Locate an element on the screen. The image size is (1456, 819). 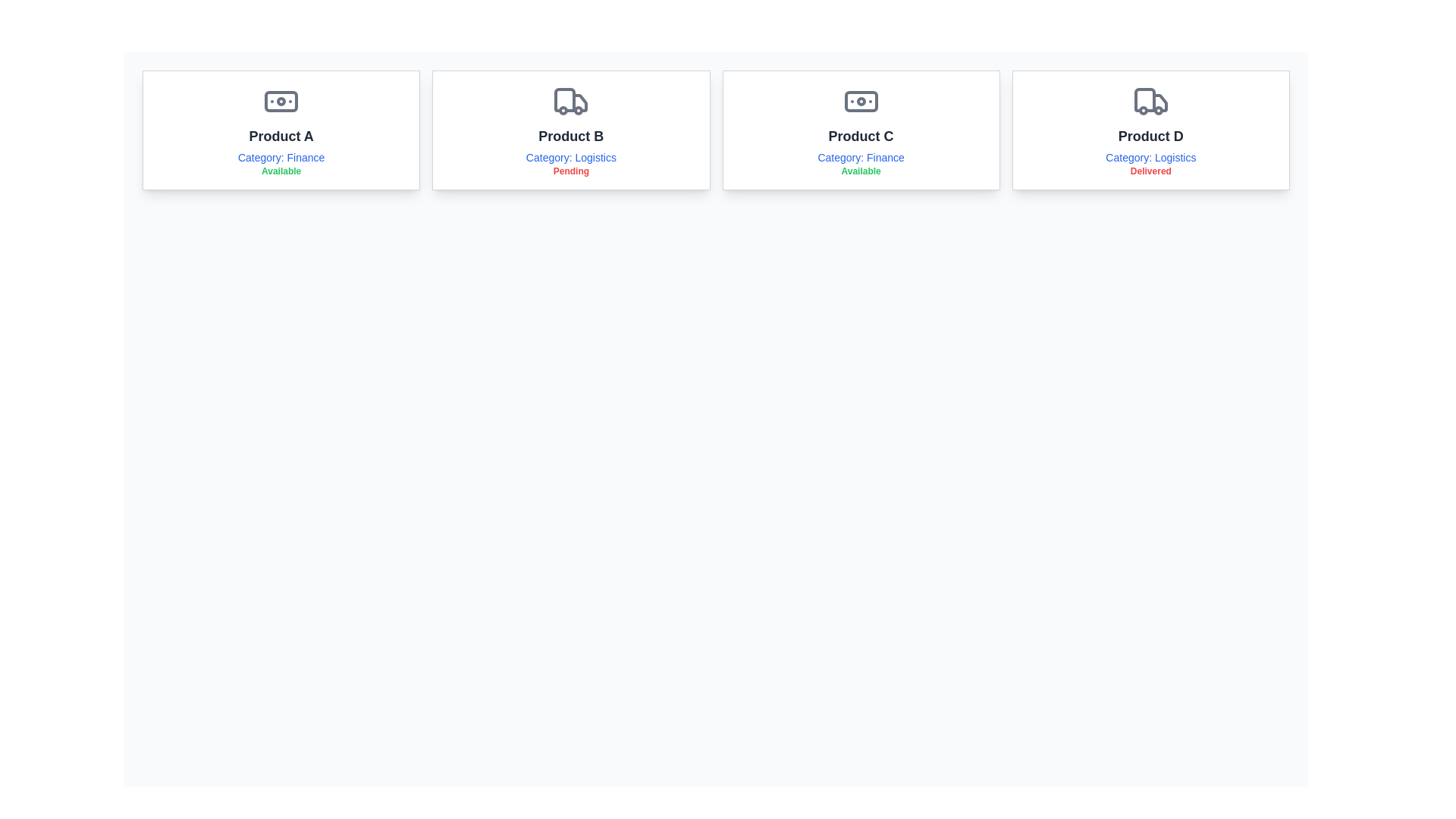
the leftmost product card in the grid layout is located at coordinates (281, 130).